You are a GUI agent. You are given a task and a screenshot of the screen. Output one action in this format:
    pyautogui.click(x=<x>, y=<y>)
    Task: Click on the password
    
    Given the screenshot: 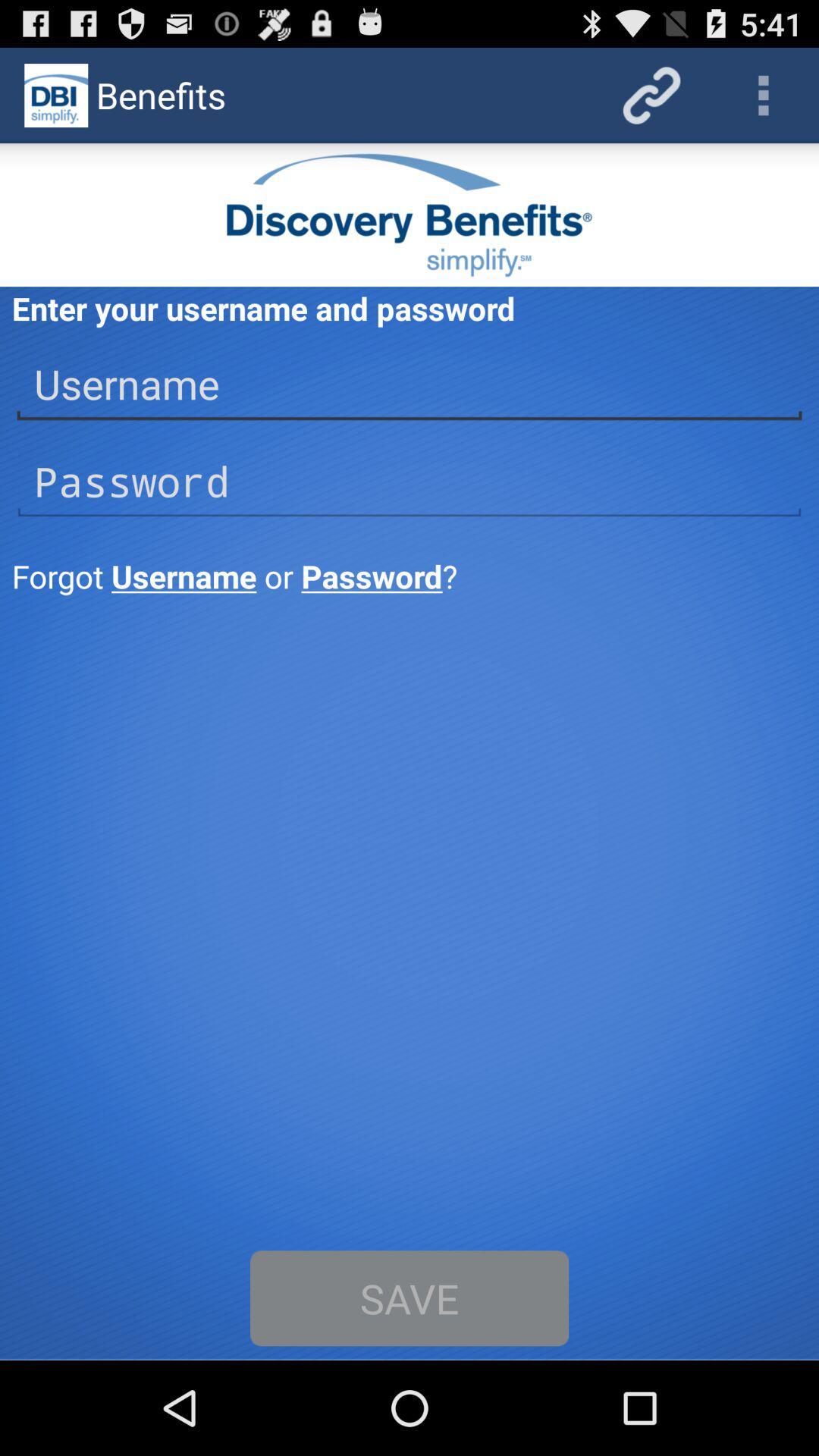 What is the action you would take?
    pyautogui.click(x=409, y=481)
    